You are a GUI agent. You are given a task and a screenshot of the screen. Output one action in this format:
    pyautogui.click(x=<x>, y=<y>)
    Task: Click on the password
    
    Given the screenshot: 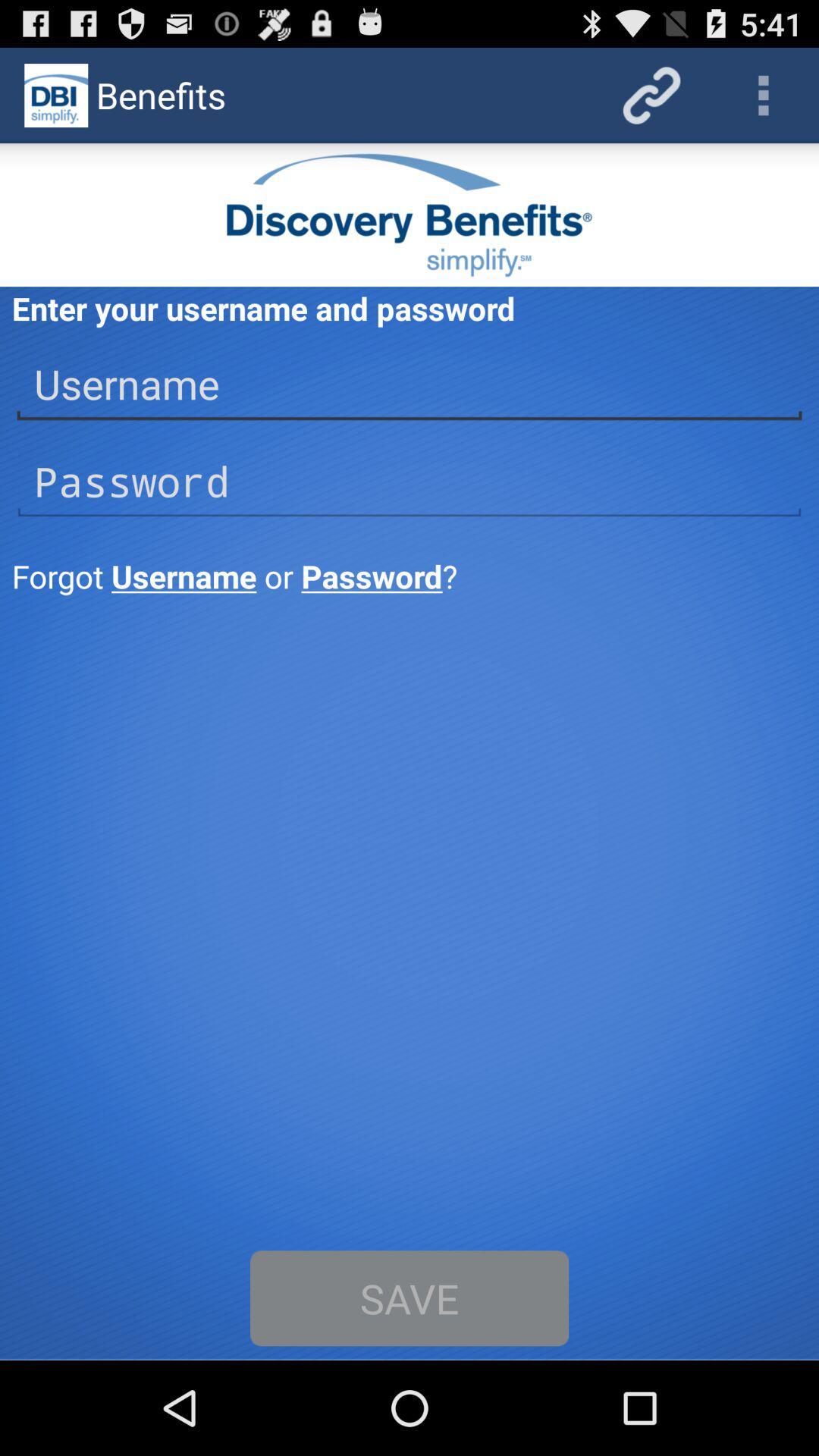 What is the action you would take?
    pyautogui.click(x=409, y=481)
    